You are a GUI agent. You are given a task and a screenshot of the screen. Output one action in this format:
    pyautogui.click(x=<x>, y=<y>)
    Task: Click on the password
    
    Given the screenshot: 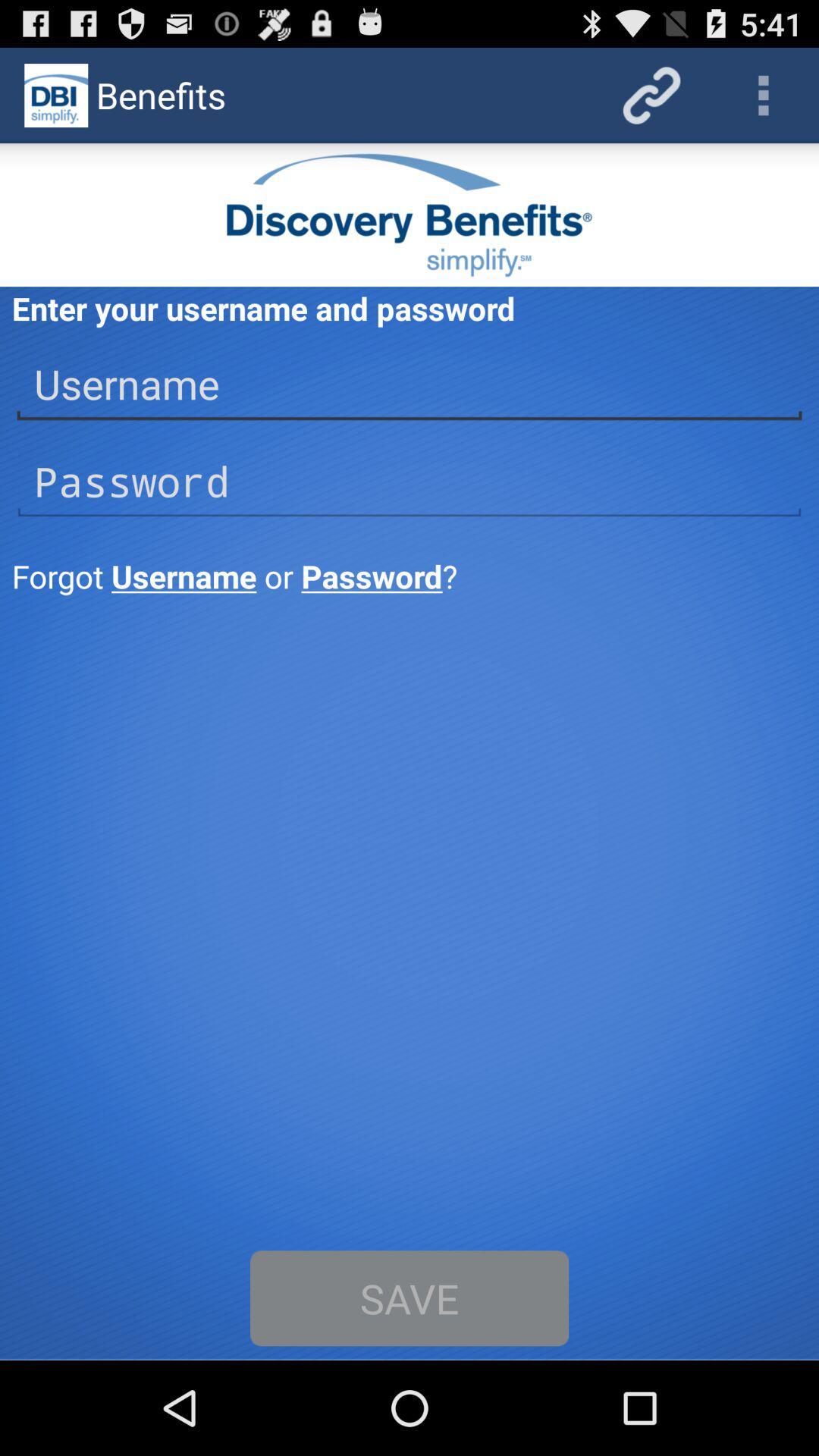 What is the action you would take?
    pyautogui.click(x=409, y=481)
    